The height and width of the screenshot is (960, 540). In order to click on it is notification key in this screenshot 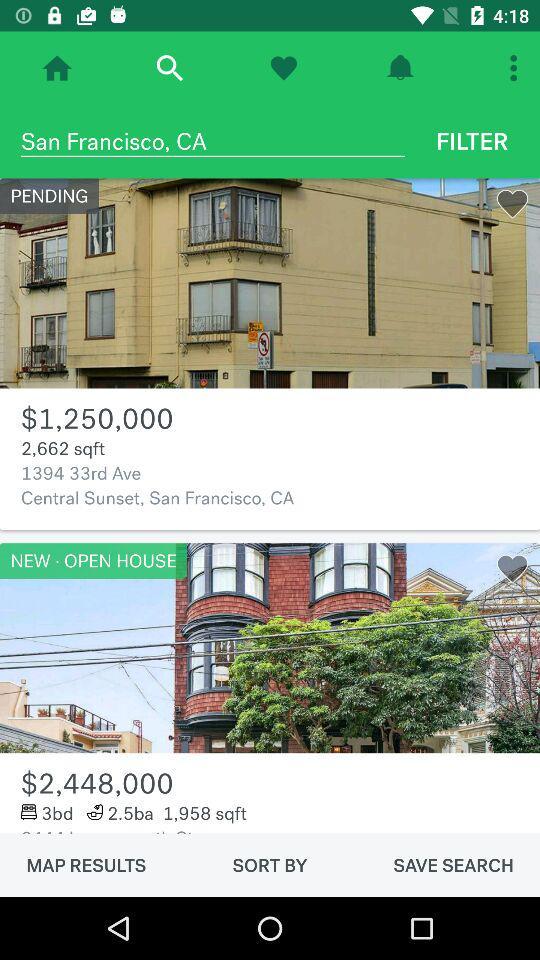, I will do `click(400, 68)`.